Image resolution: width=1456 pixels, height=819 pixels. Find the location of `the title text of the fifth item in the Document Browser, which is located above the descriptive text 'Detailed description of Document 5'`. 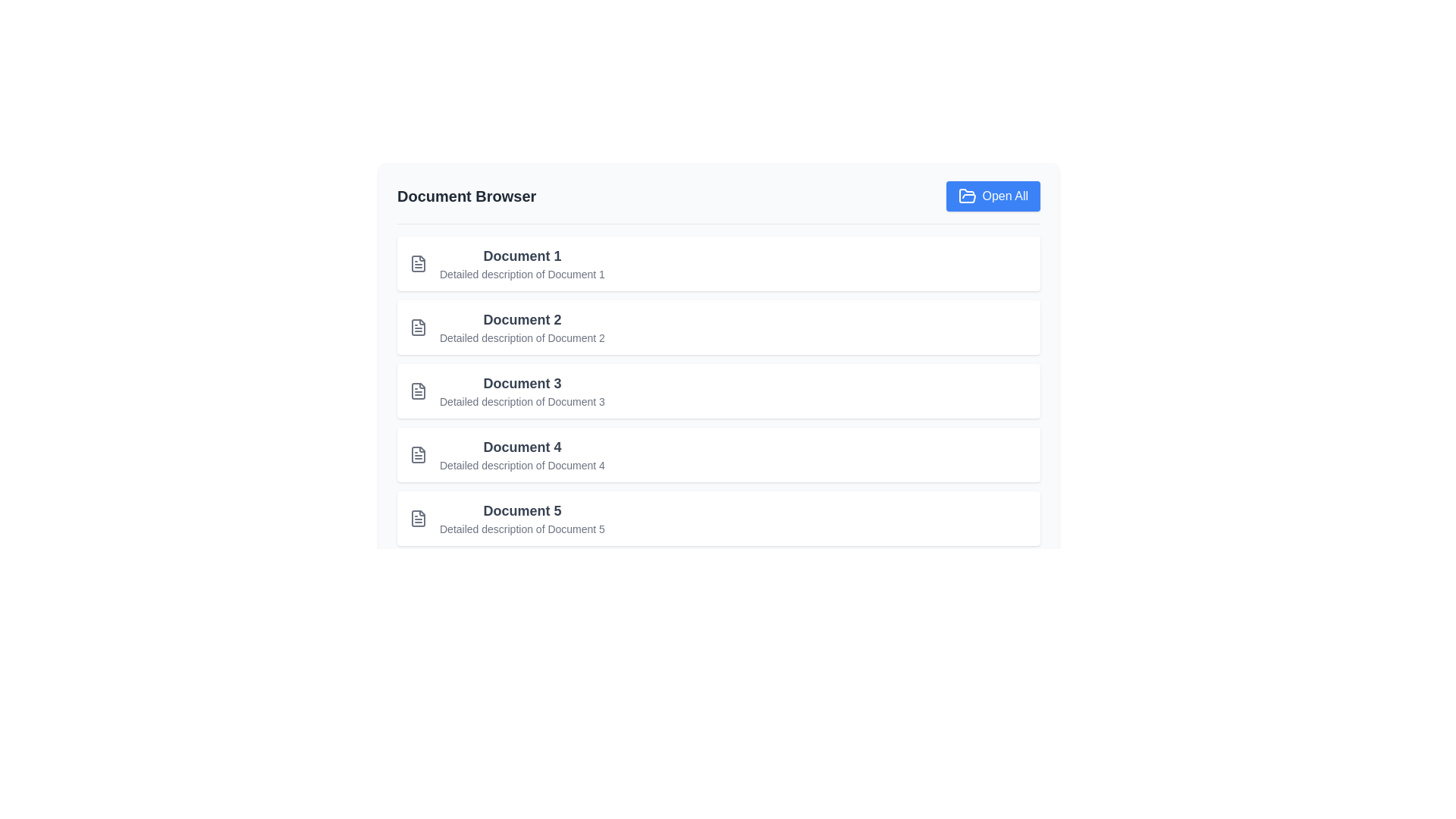

the title text of the fifth item in the Document Browser, which is located above the descriptive text 'Detailed description of Document 5' is located at coordinates (522, 511).